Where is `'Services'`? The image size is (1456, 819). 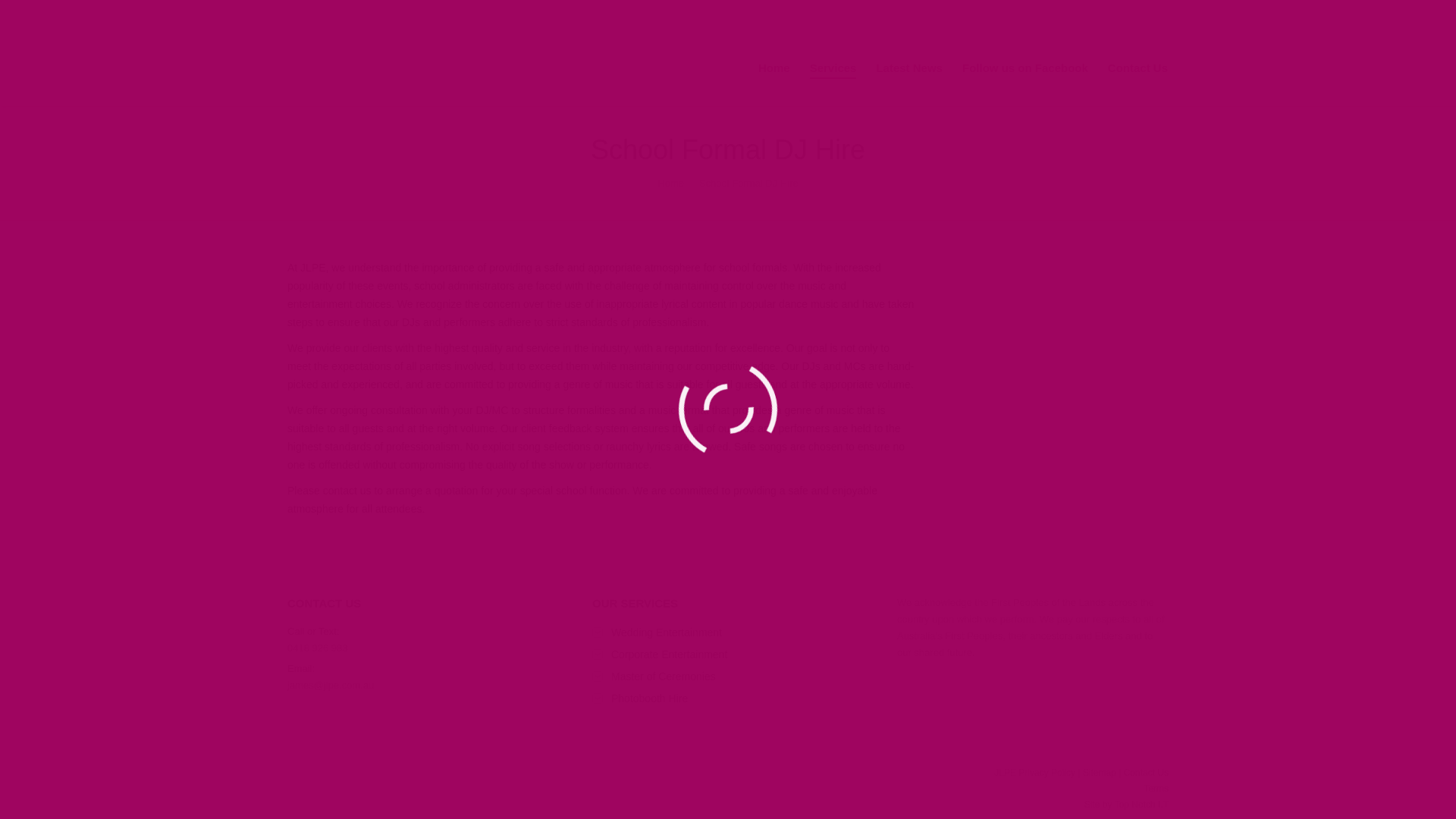 'Services' is located at coordinates (833, 68).